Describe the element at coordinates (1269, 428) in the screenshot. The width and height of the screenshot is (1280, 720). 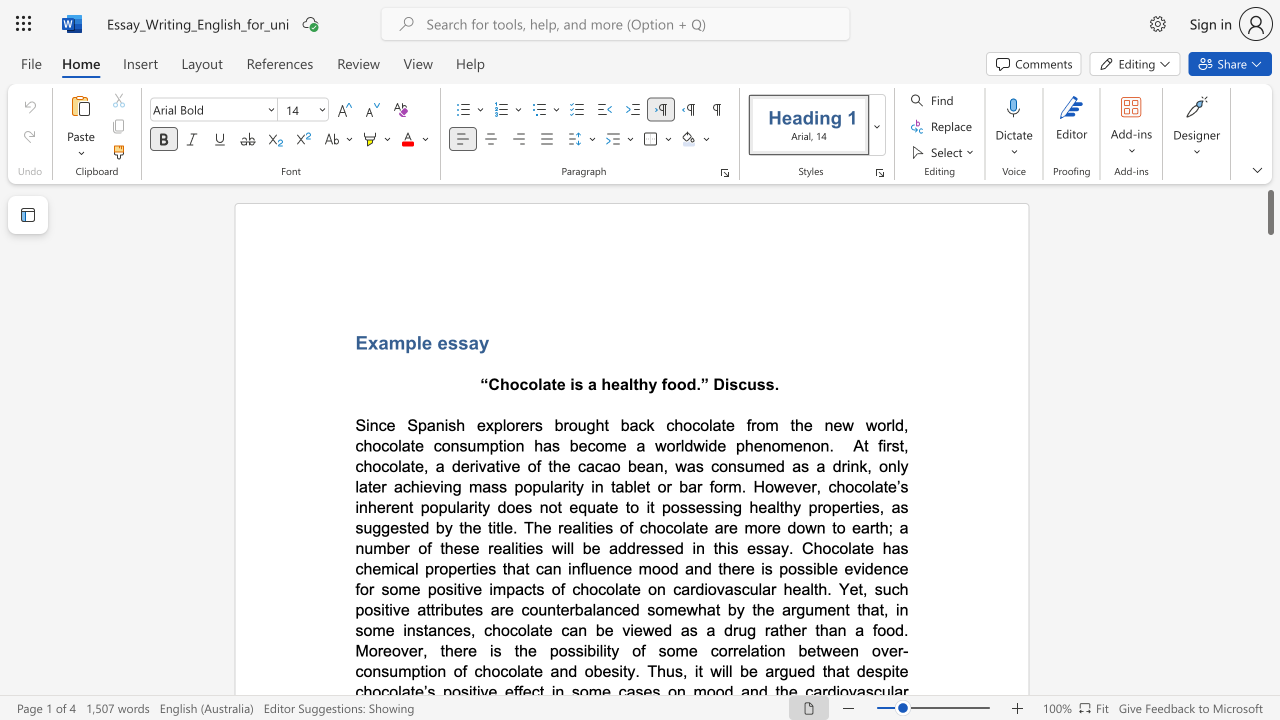
I see `the page's right scrollbar for downward movement` at that location.